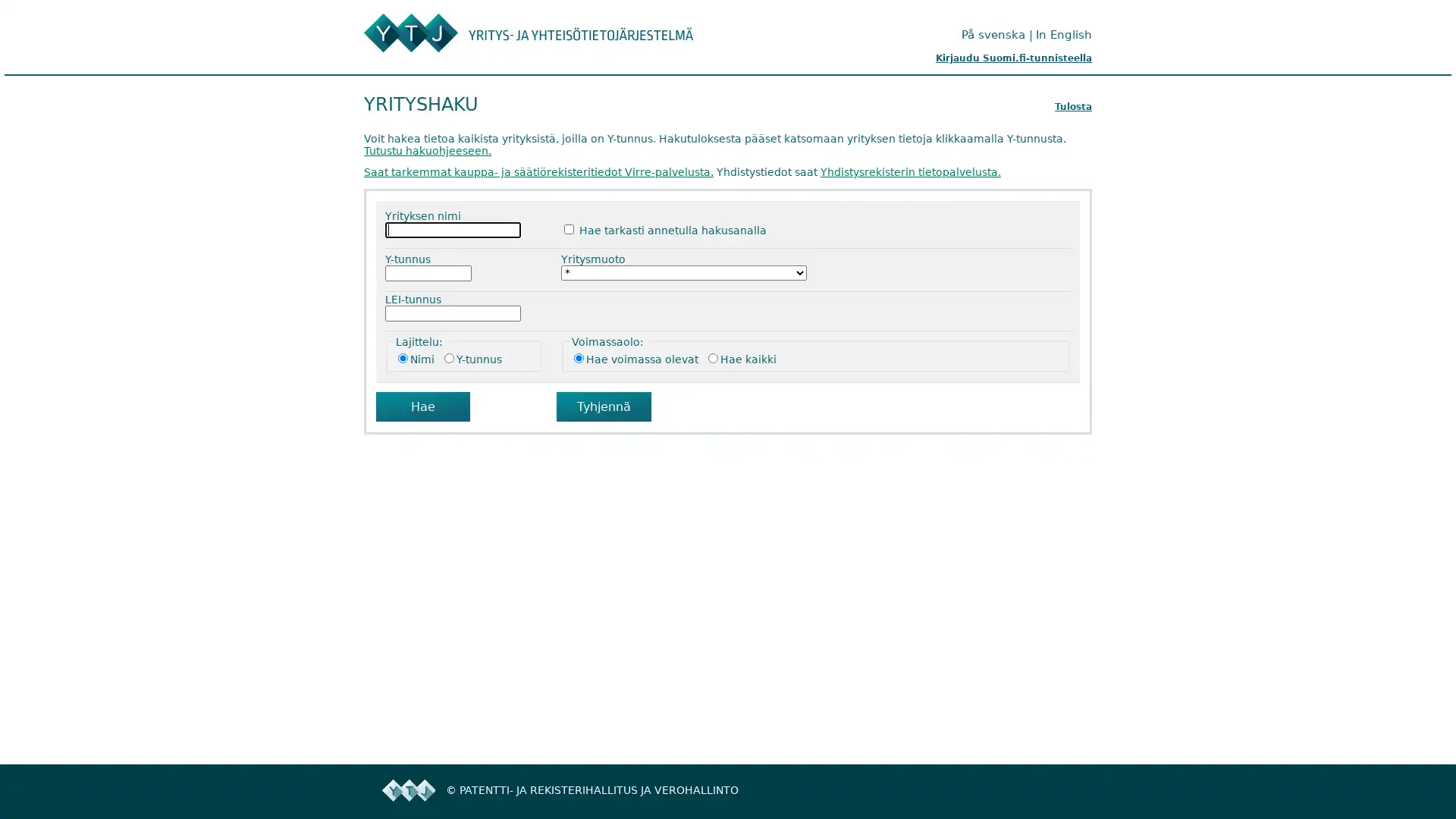 This screenshot has height=819, width=1456. What do you see at coordinates (602, 406) in the screenshot?
I see `Tyhjenna` at bounding box center [602, 406].